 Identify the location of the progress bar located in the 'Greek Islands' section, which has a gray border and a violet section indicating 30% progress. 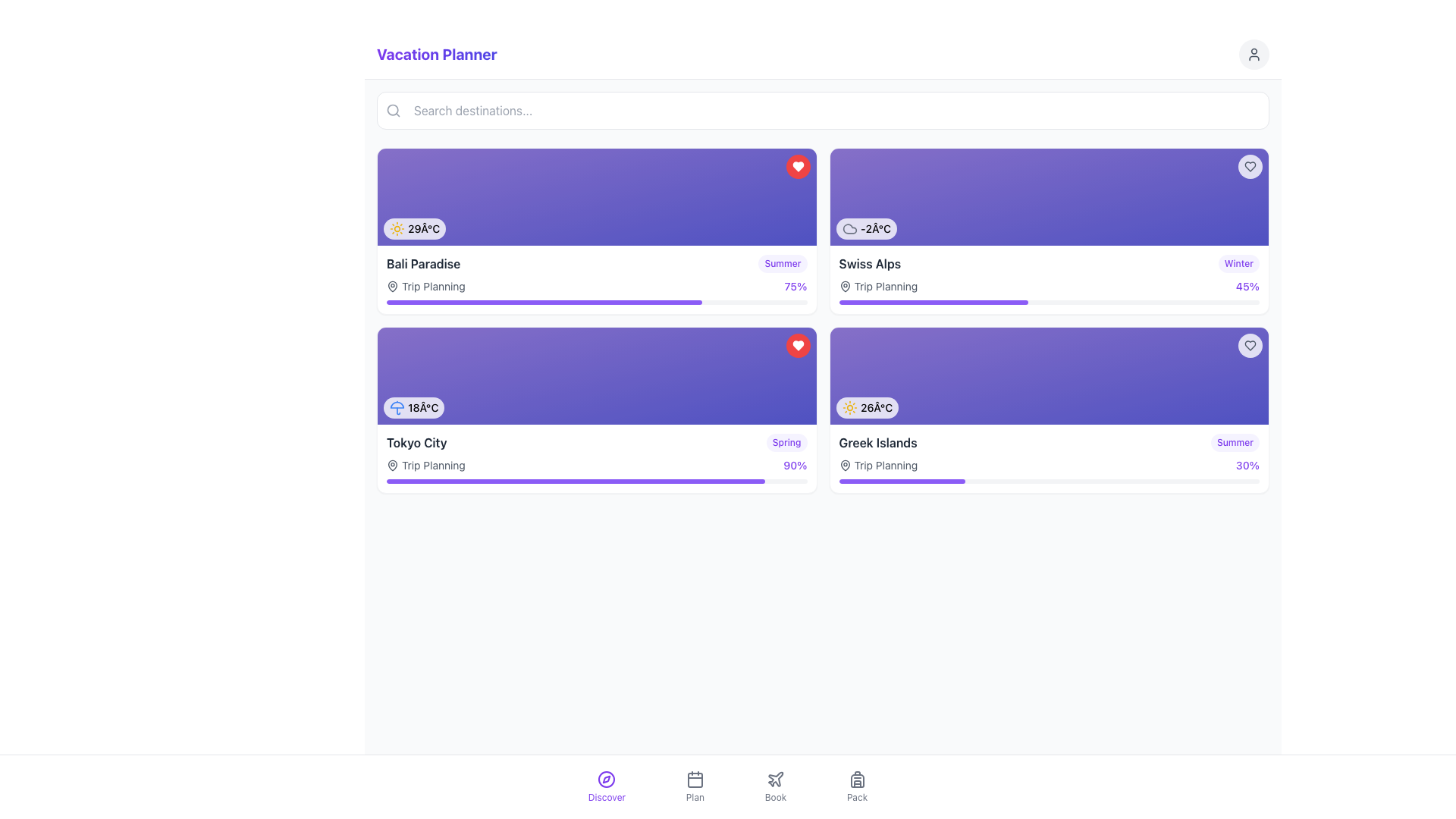
(1048, 482).